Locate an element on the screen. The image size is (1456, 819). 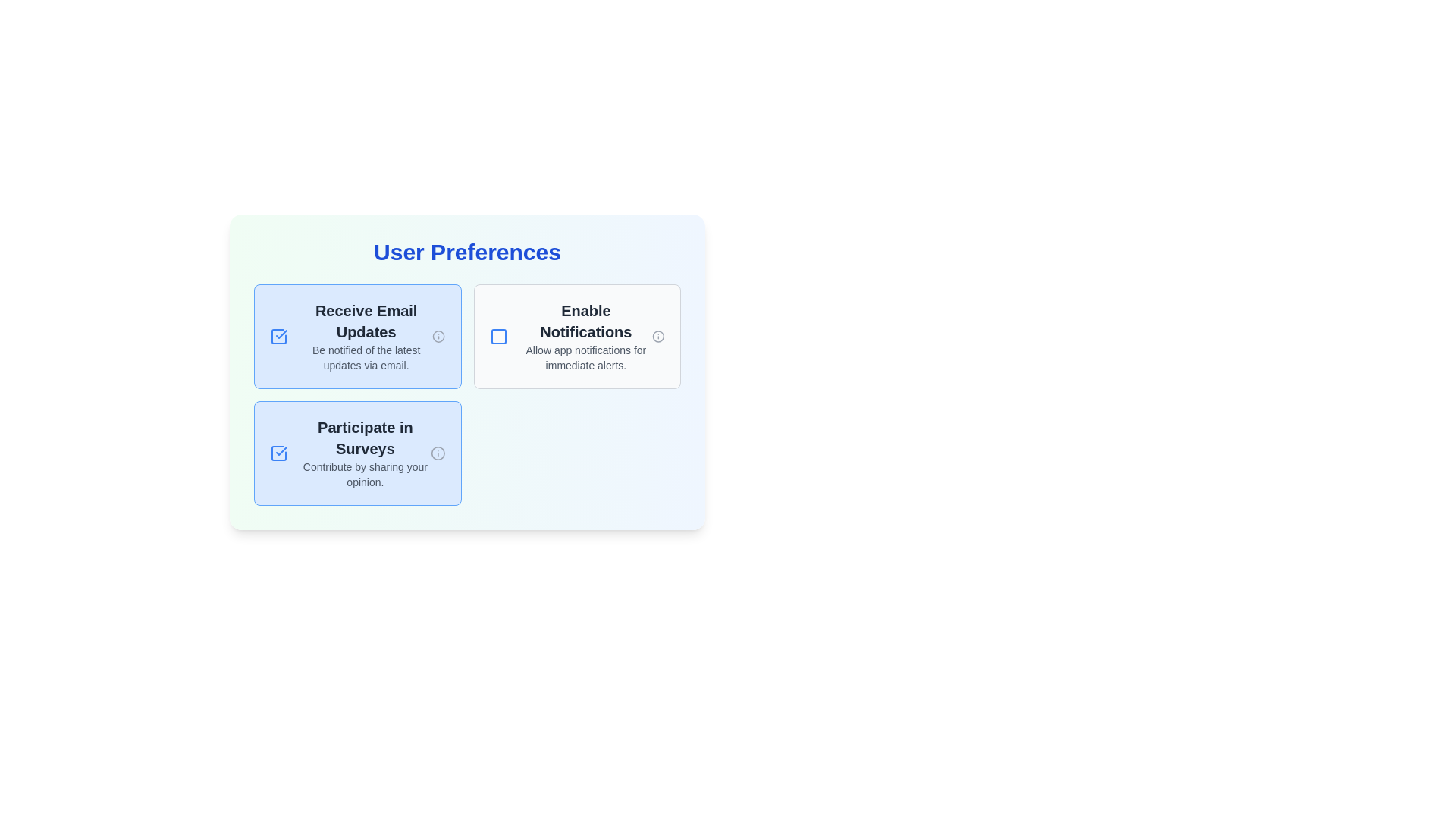
the Informational Panel with Description located in the bottom left quadrant under 'User Preferences', which is the second option in the left column is located at coordinates (365, 452).